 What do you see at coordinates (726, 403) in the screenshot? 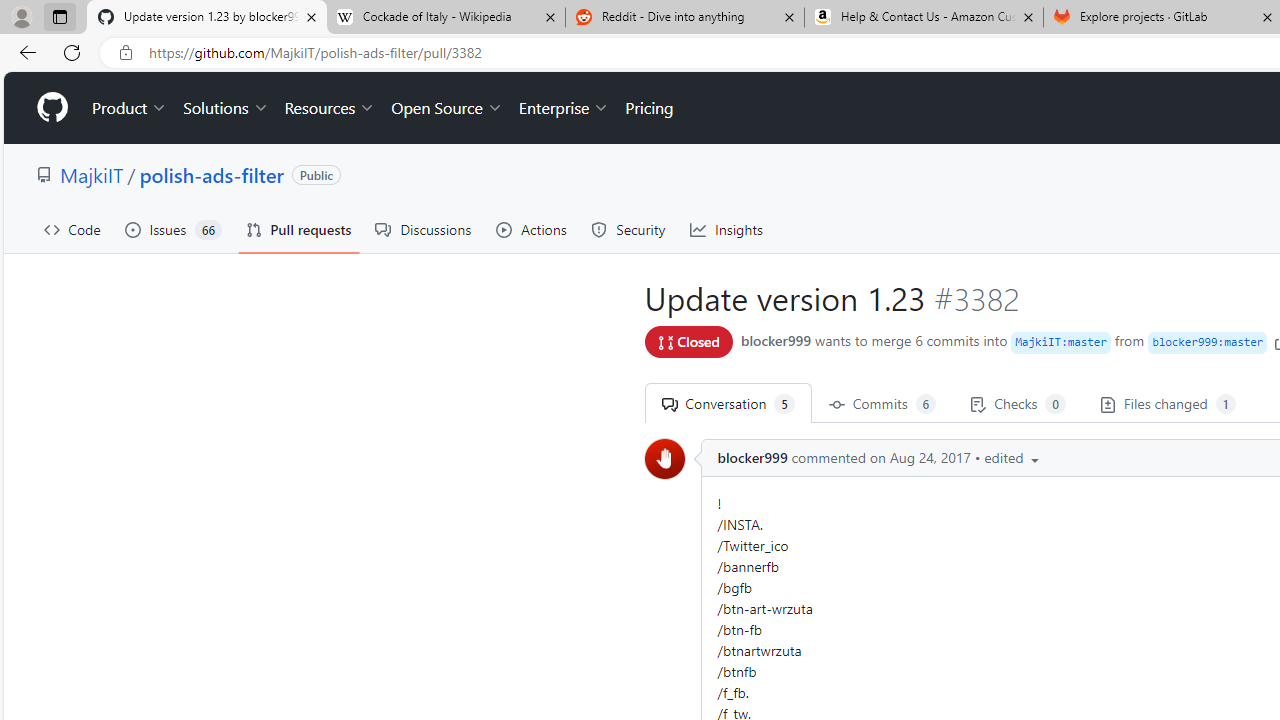
I see `' Conversation 5'` at bounding box center [726, 403].